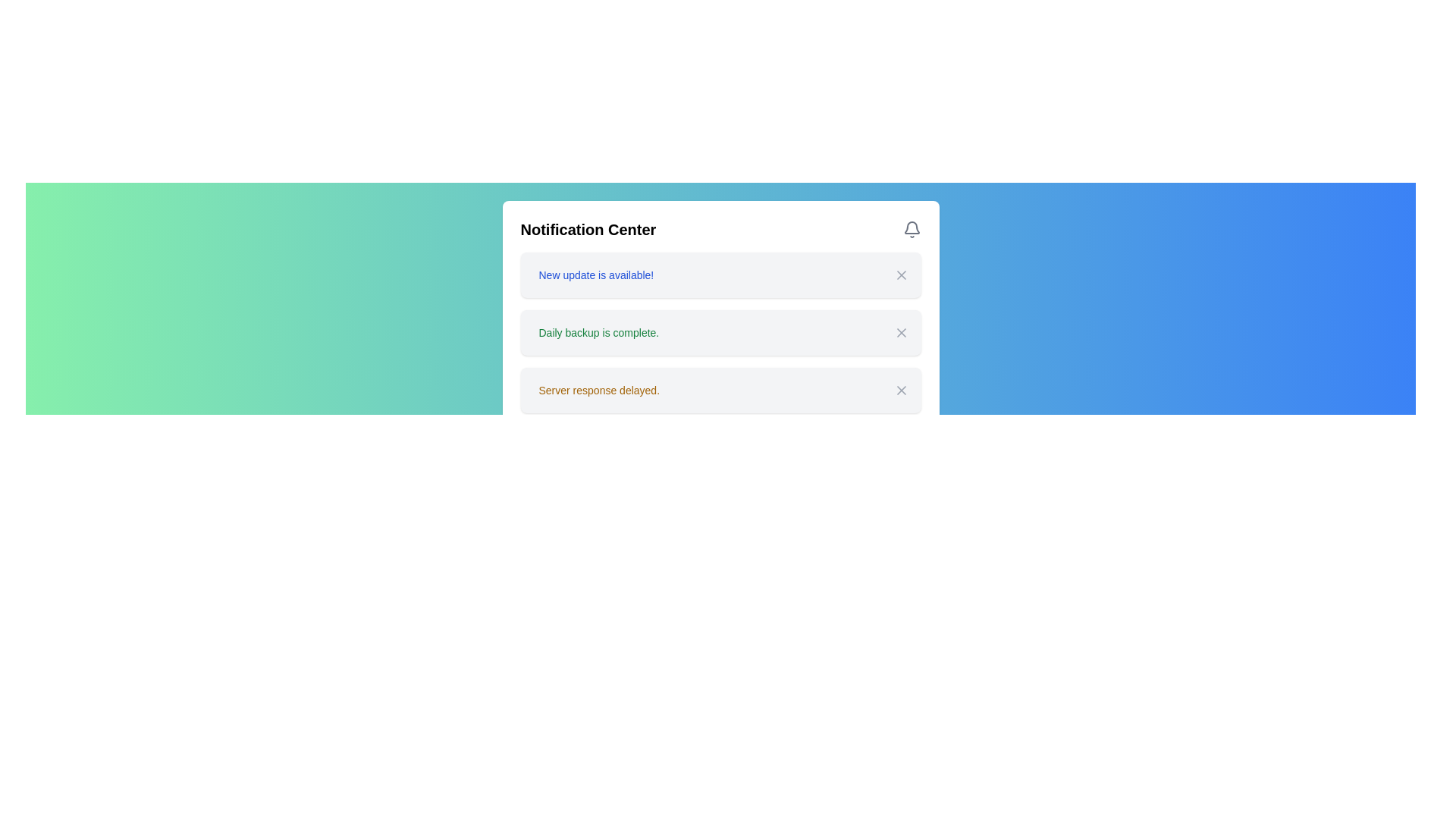 The height and width of the screenshot is (819, 1456). Describe the element at coordinates (901, 390) in the screenshot. I see `the Close Button icon, which is an 'X' styled with diagonal lines, located to the right of the 'Server response delayed.' notification` at that location.